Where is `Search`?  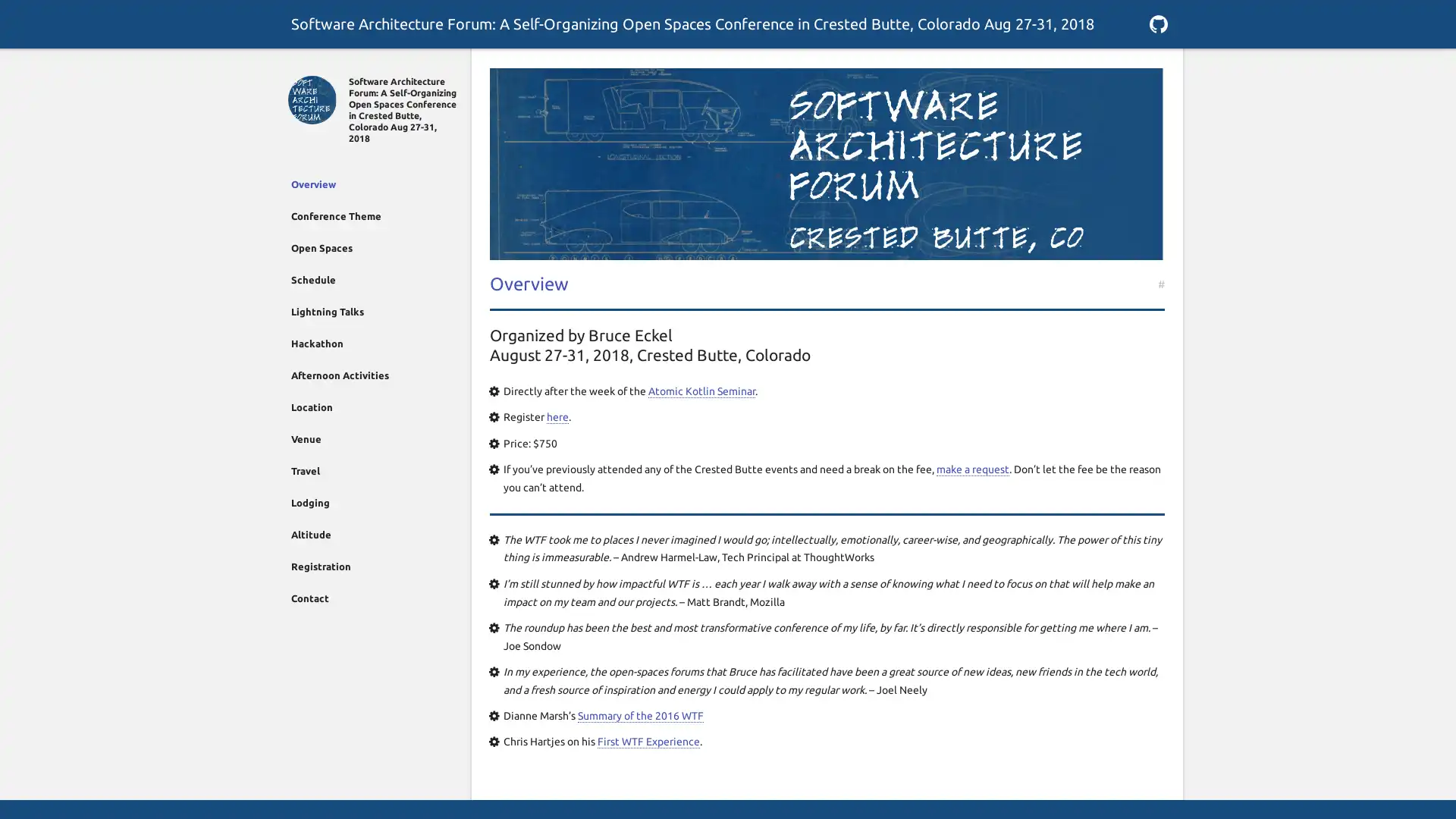
Search is located at coordinates (1157, 66).